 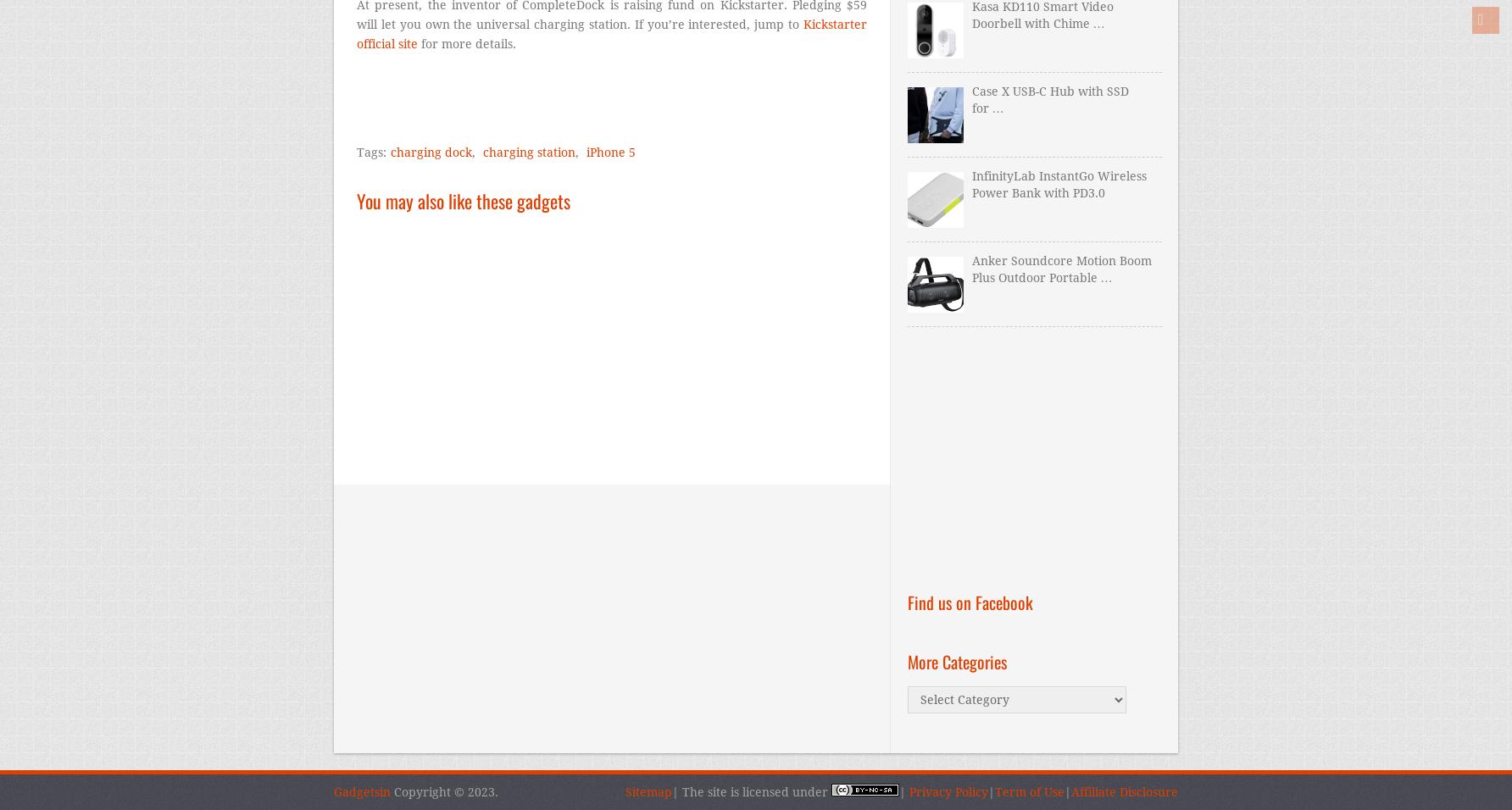 I want to click on 'Sitemap', so click(x=648, y=791).